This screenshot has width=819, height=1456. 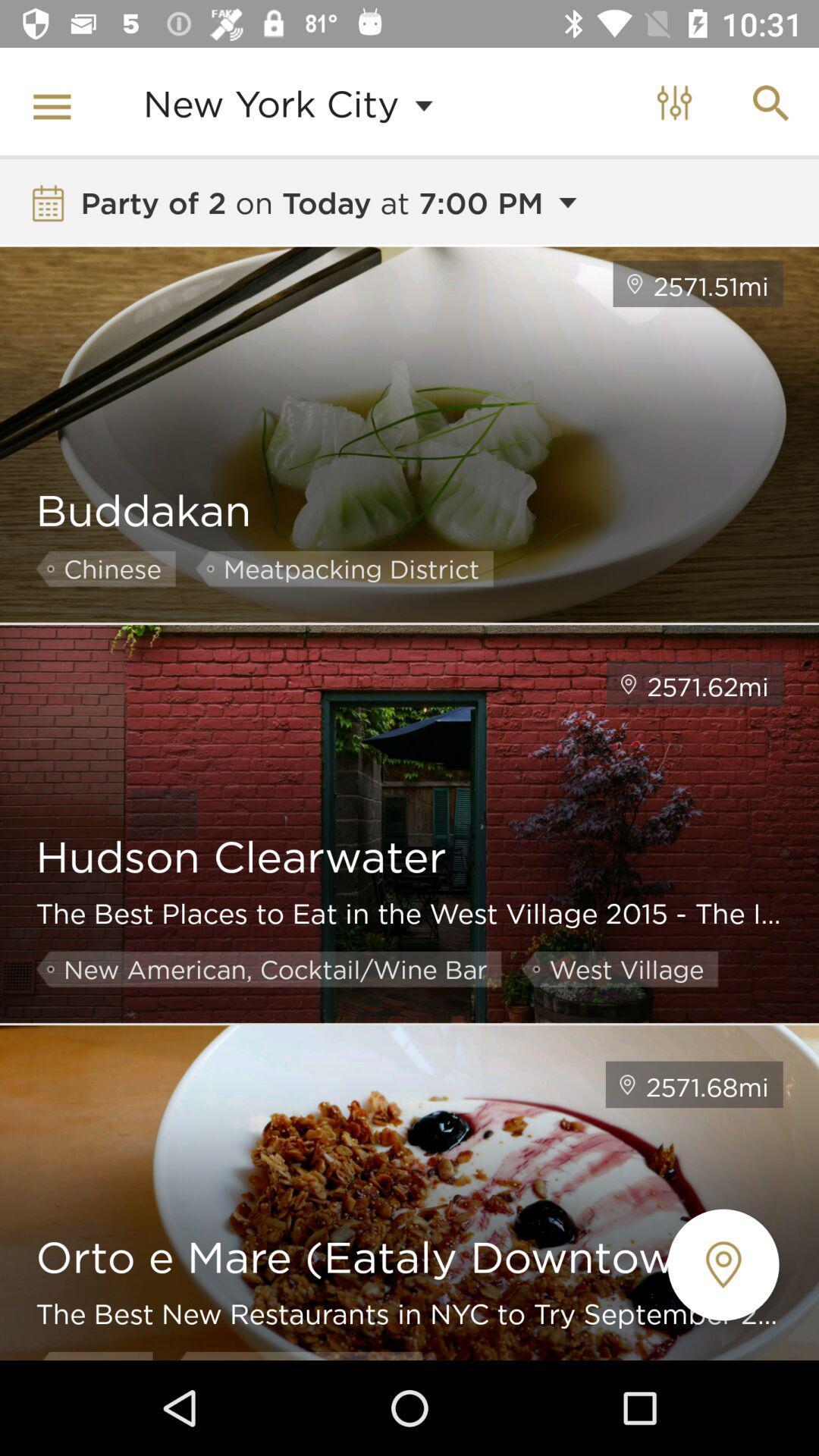 What do you see at coordinates (723, 1265) in the screenshot?
I see `the location icon positioned at the bottom right corner` at bounding box center [723, 1265].